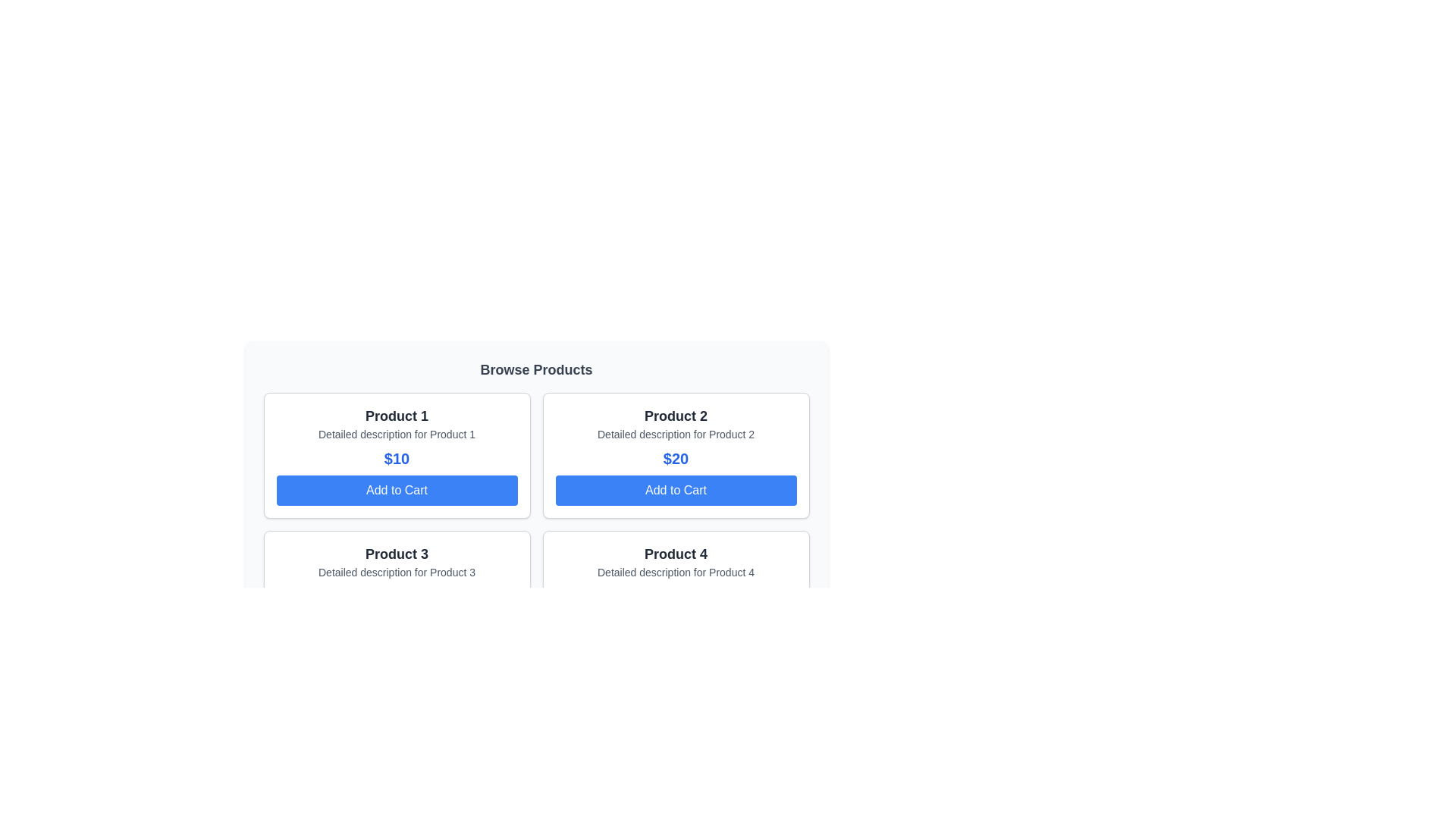 This screenshot has width=1456, height=819. What do you see at coordinates (397, 554) in the screenshot?
I see `text label that displays 'Product 3', which is bold and larger than adjacent texts, located at the top of the card in the lower left quadrant of the grid layout` at bounding box center [397, 554].